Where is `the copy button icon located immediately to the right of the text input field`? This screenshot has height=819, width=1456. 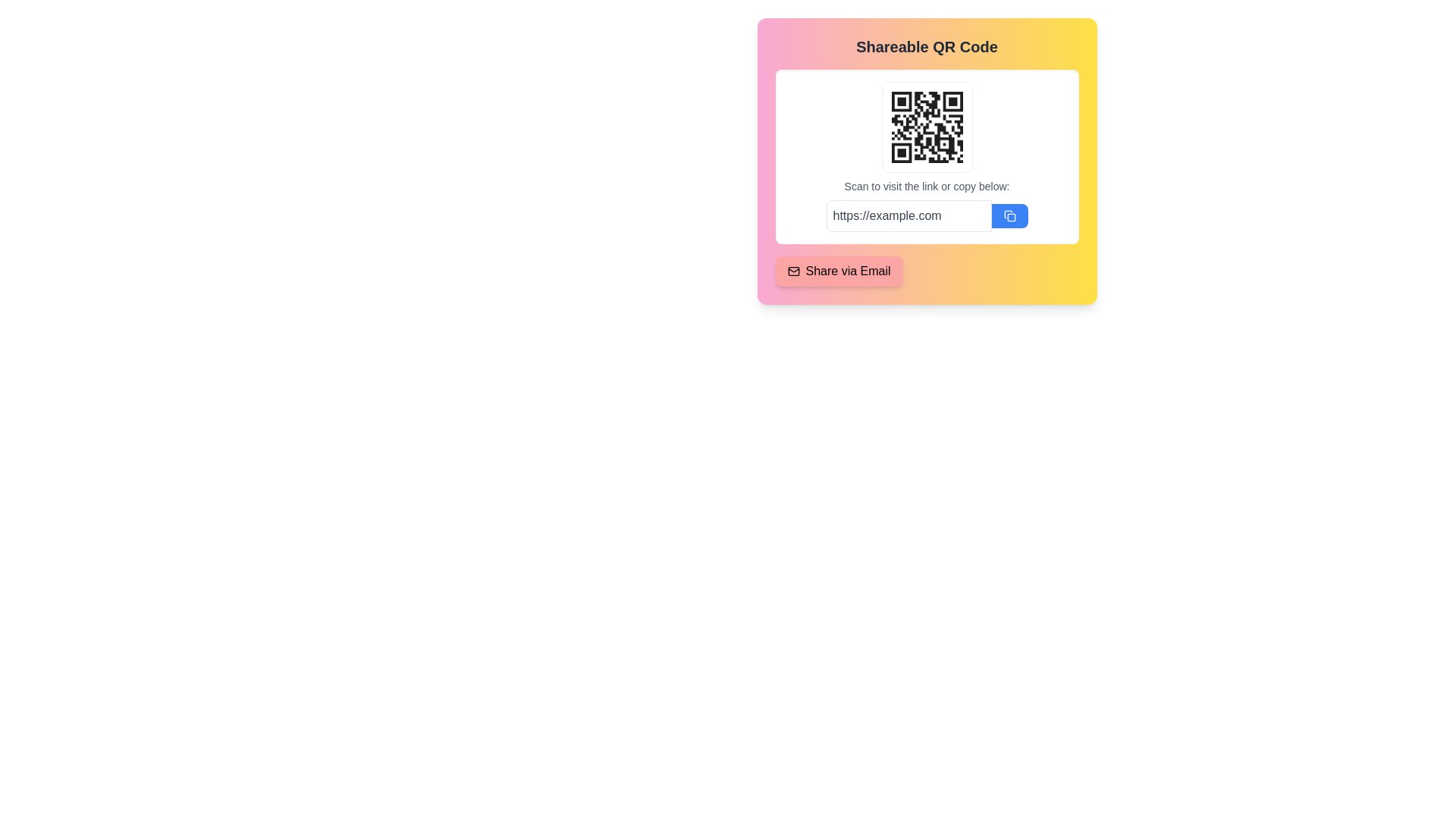
the copy button icon located immediately to the right of the text input field is located at coordinates (1009, 216).